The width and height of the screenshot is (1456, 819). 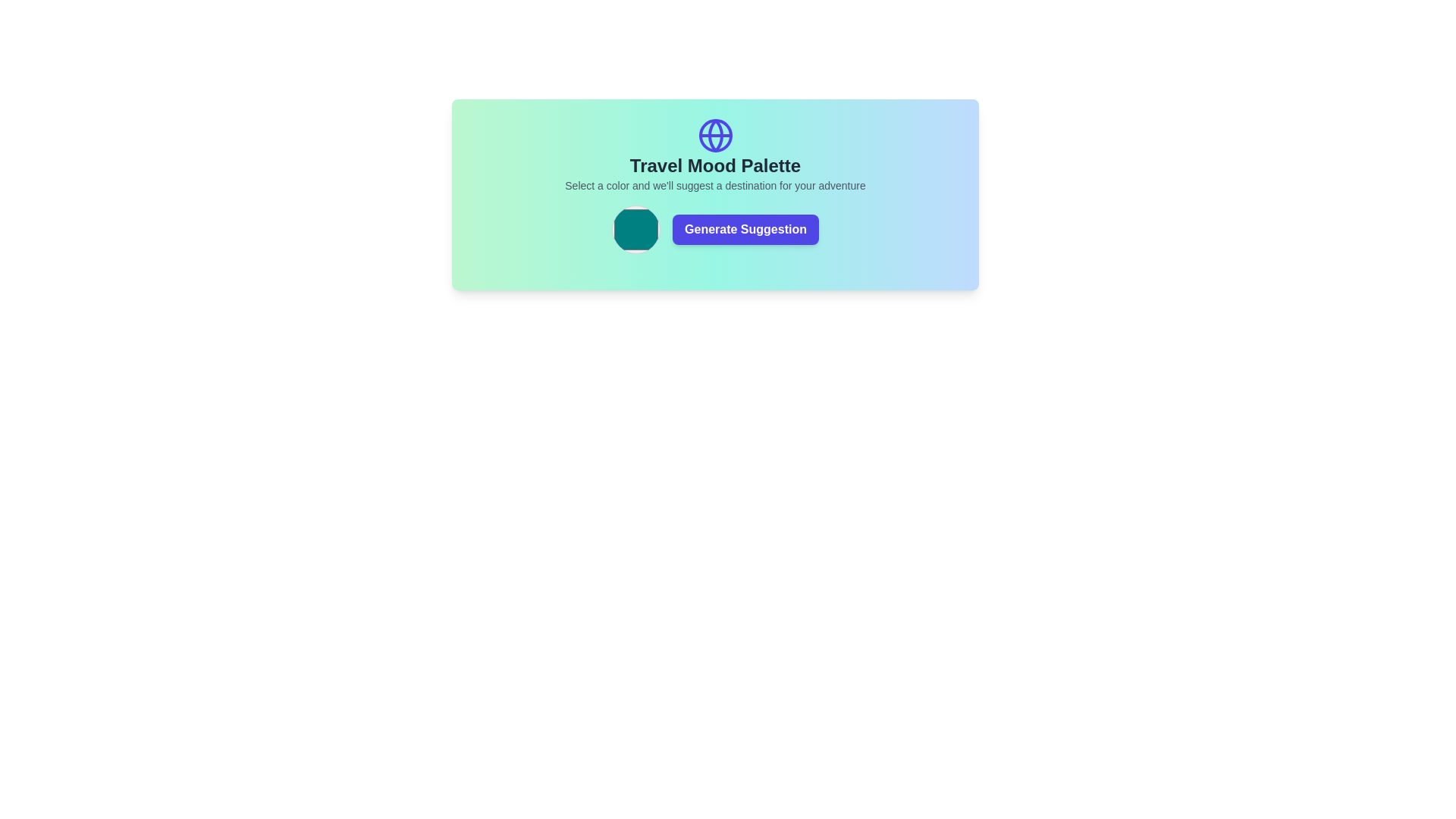 I want to click on the rectangular button with a vibrant indigo background and white text reading 'Generate Suggestion', so click(x=745, y=230).